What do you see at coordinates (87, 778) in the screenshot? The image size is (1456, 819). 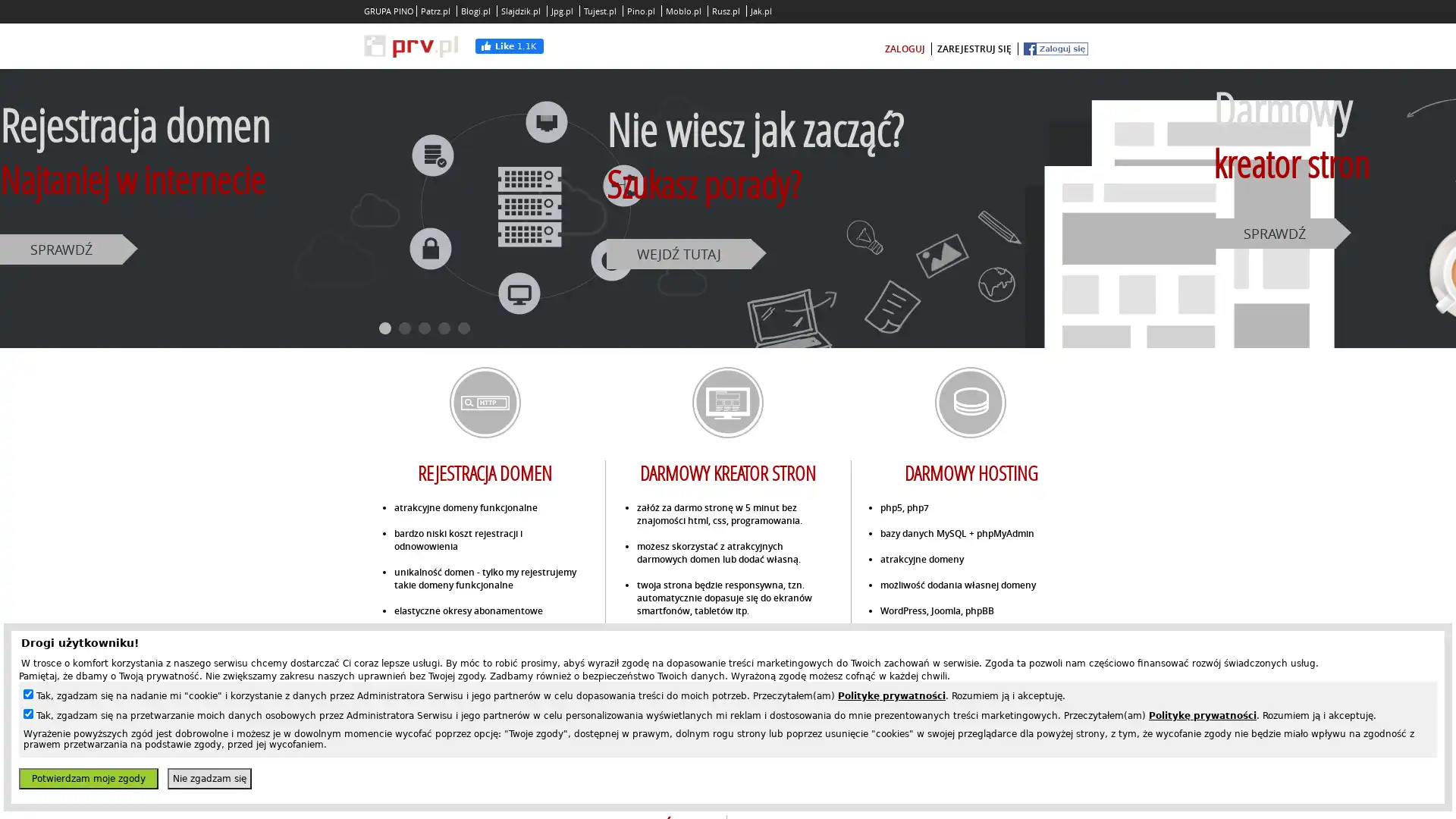 I see `Potwierdzam moje zgody` at bounding box center [87, 778].